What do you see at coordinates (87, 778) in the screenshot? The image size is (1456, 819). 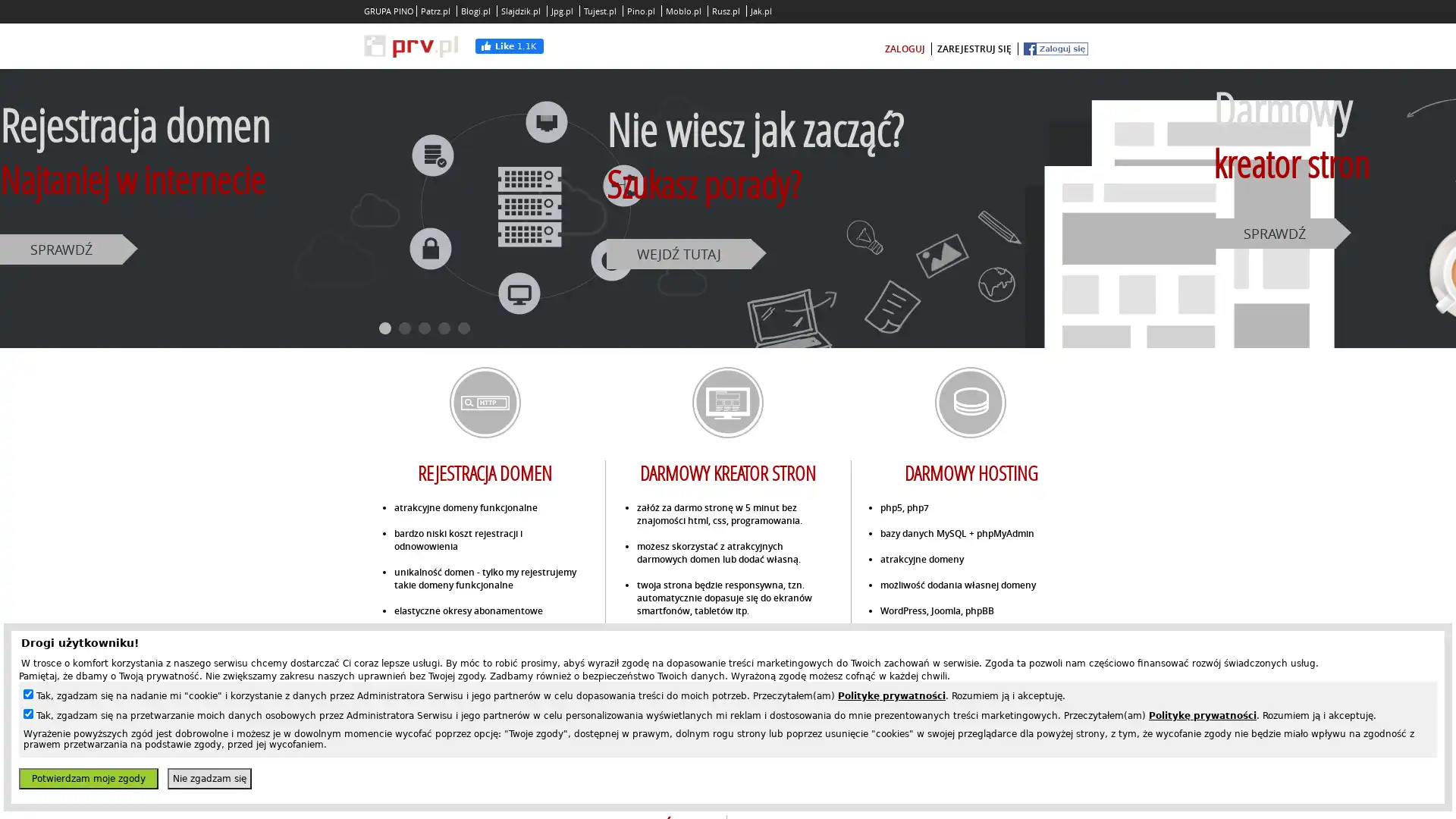 I see `Potwierdzam moje zgody` at bounding box center [87, 778].